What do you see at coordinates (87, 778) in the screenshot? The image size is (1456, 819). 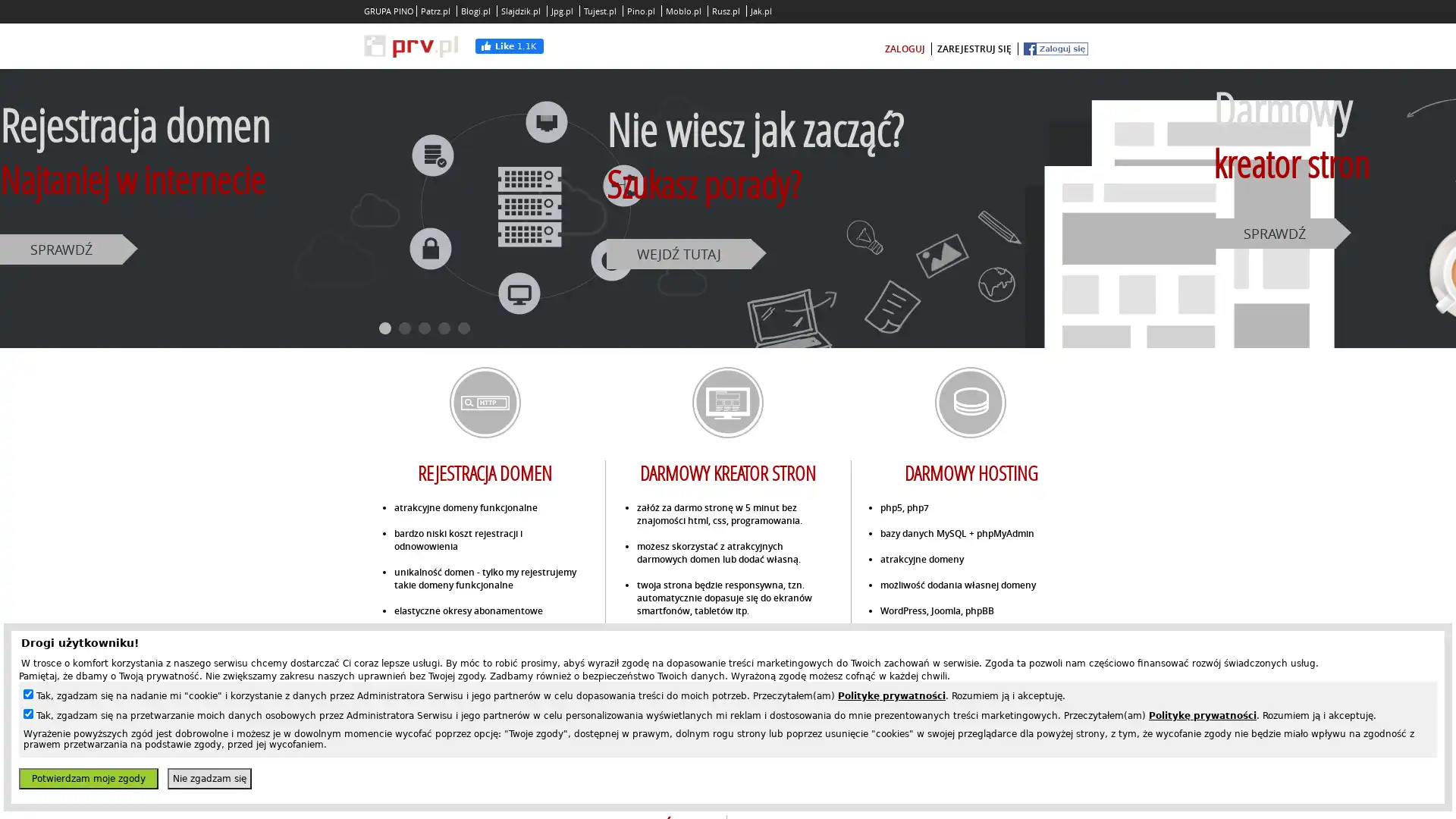 I see `Potwierdzam moje zgody` at bounding box center [87, 778].